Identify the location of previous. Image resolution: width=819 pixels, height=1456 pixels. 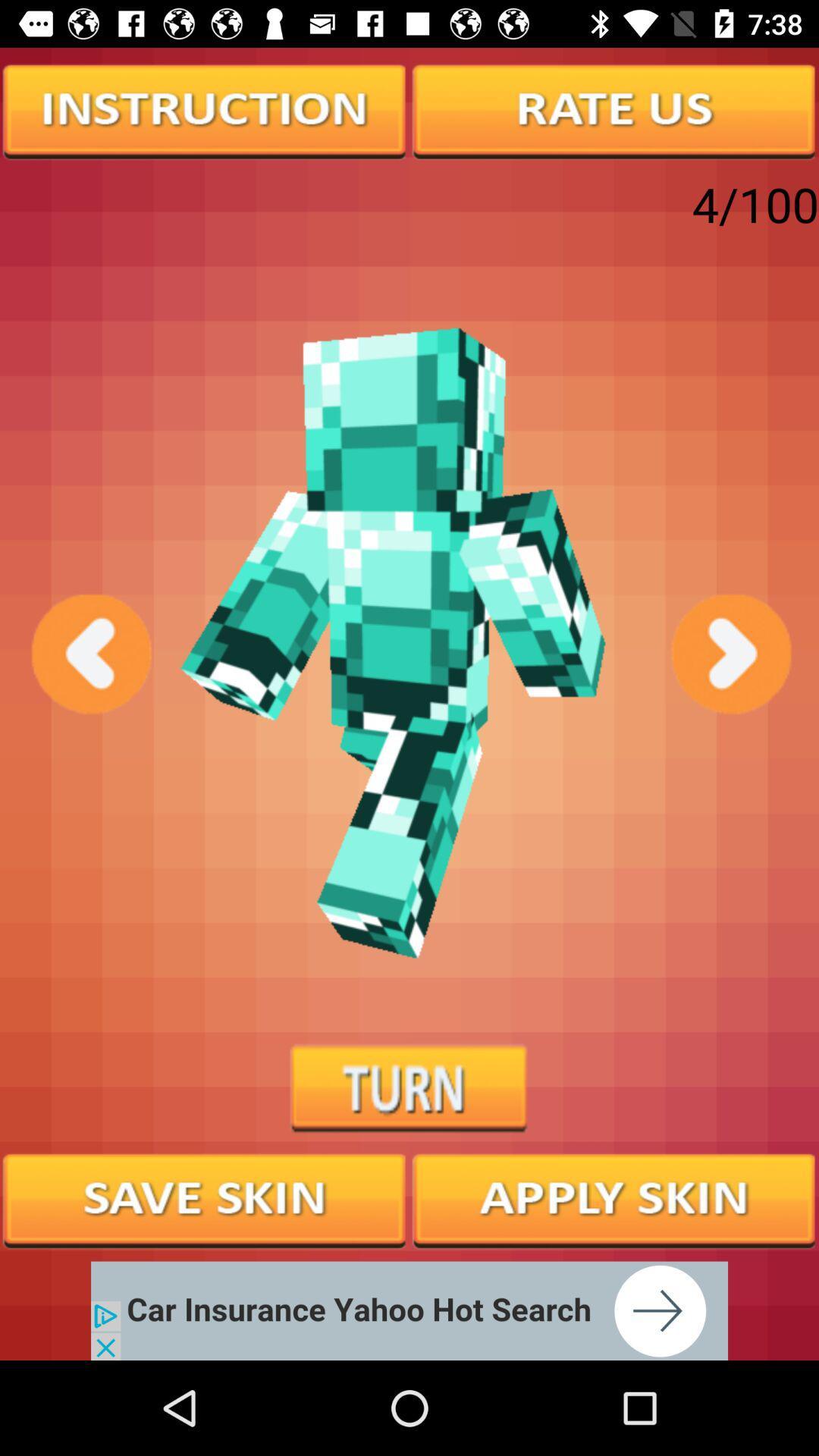
(89, 654).